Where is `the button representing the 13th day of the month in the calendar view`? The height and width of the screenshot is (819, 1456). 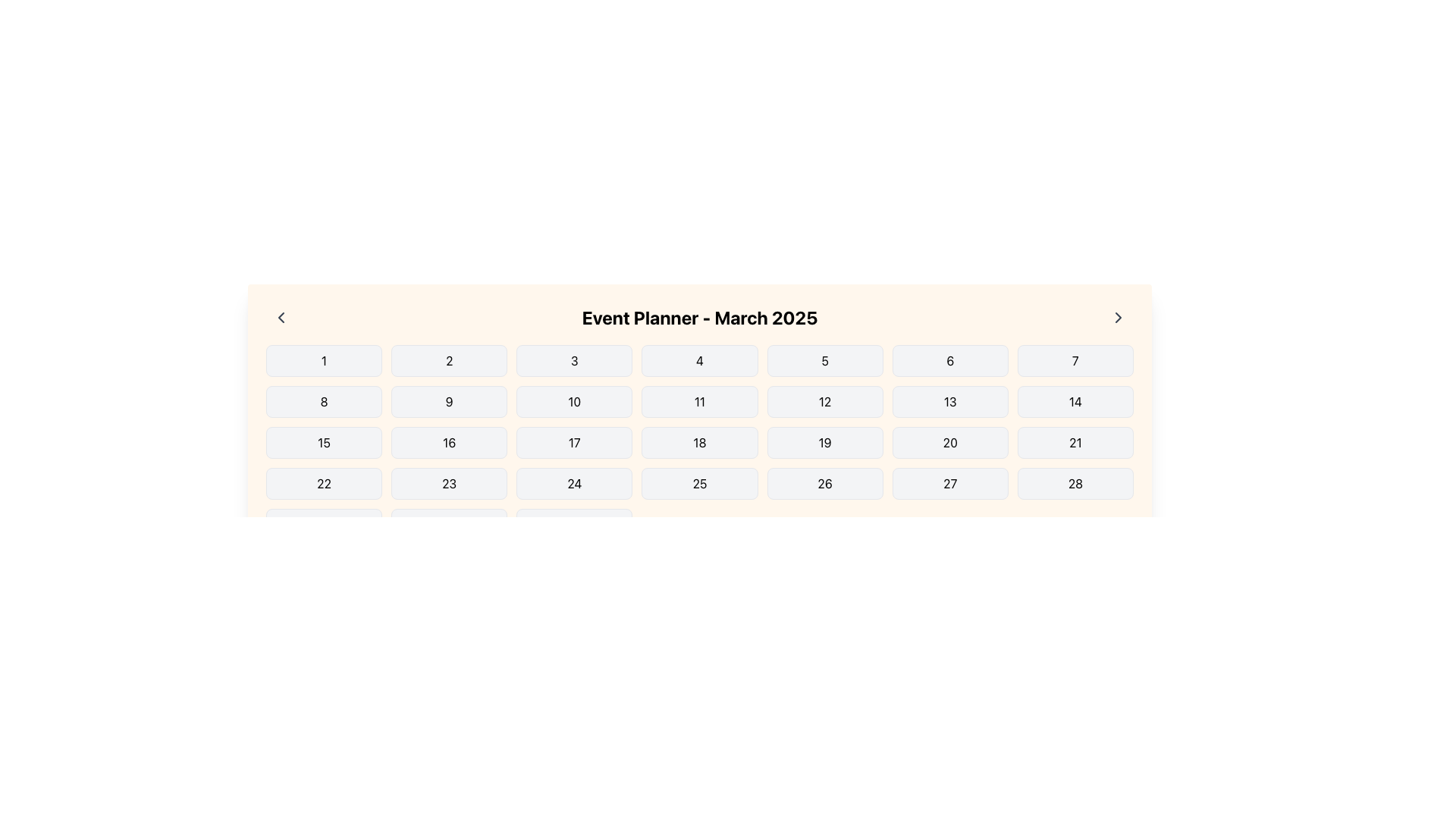
the button representing the 13th day of the month in the calendar view is located at coordinates (949, 400).